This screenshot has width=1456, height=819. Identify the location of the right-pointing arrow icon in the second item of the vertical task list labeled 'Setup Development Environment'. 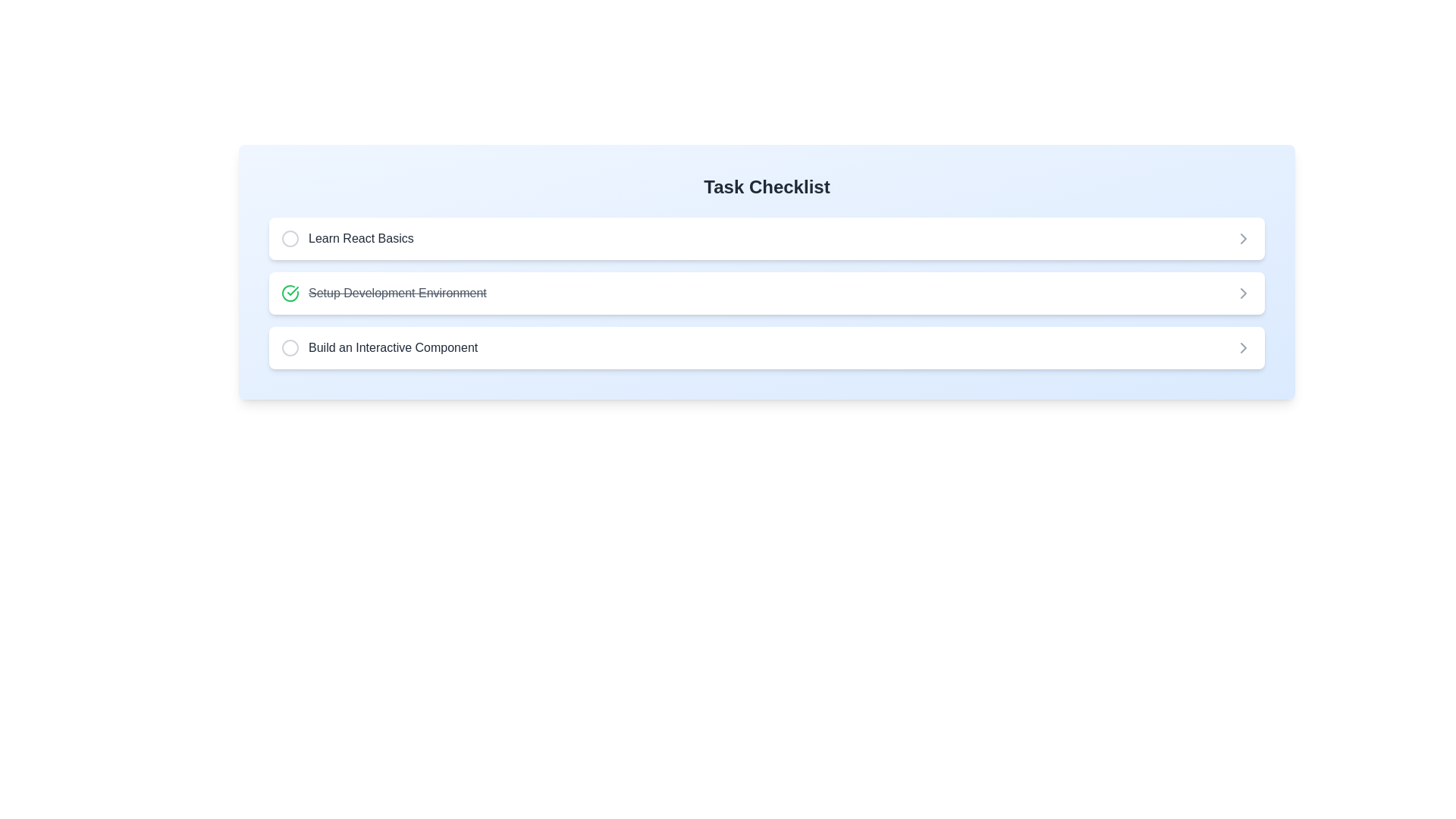
(1244, 293).